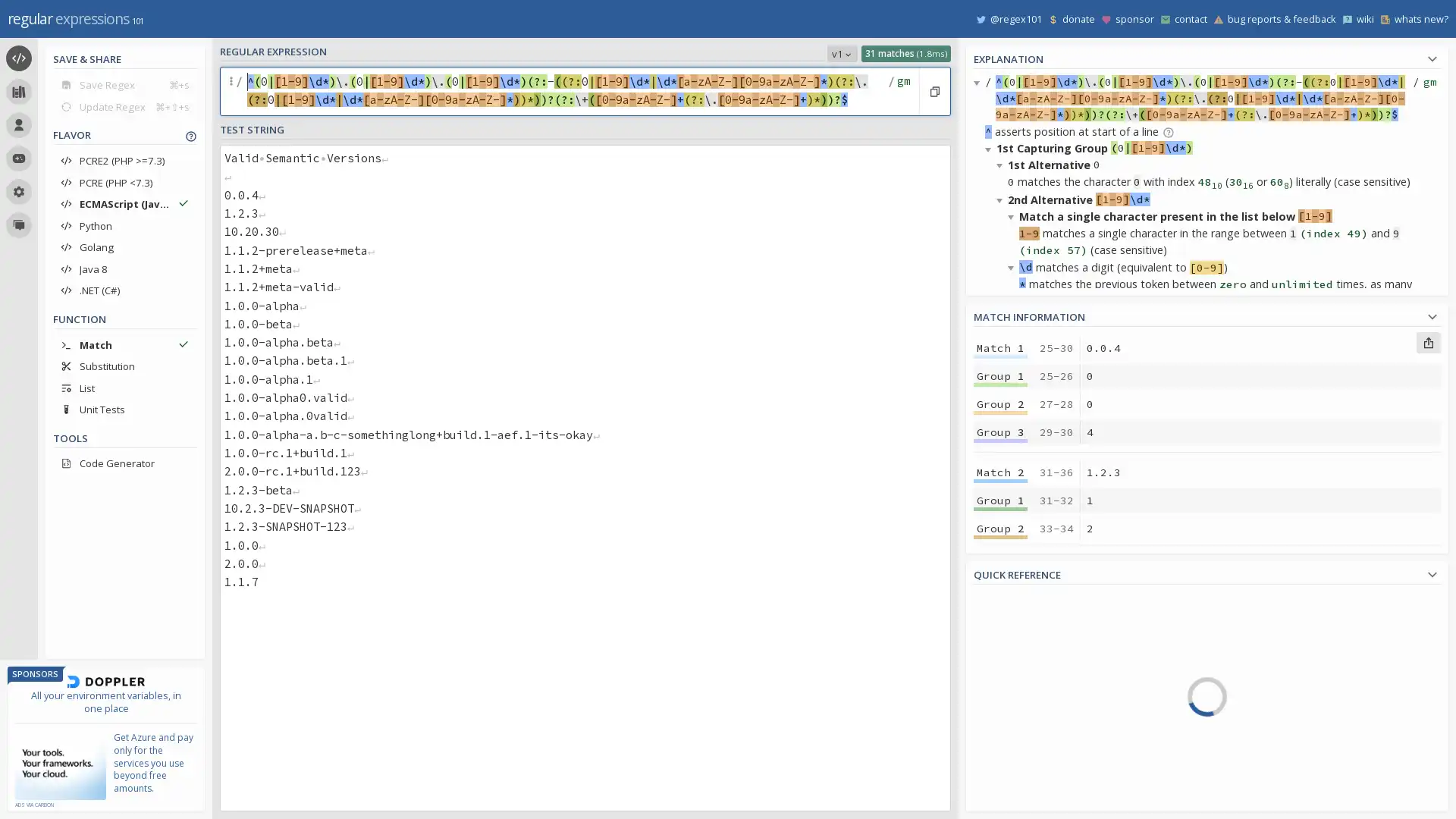 This screenshot has width=1456, height=819. I want to click on Group 1, so click(1000, 500).